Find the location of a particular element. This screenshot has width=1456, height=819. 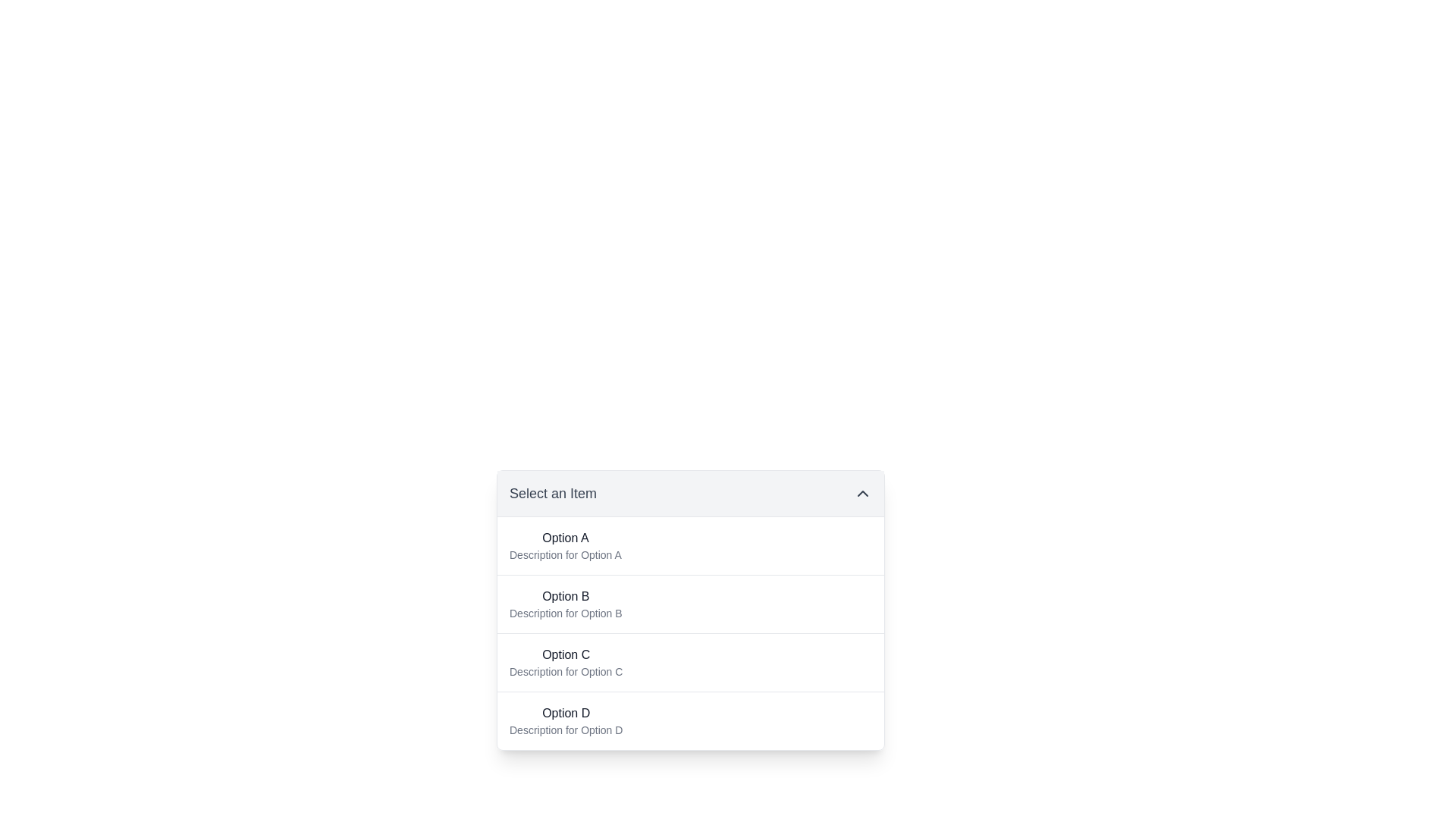

the first option labeled 'Option A' in the dropdown menu below the 'Select an Item' field is located at coordinates (564, 546).